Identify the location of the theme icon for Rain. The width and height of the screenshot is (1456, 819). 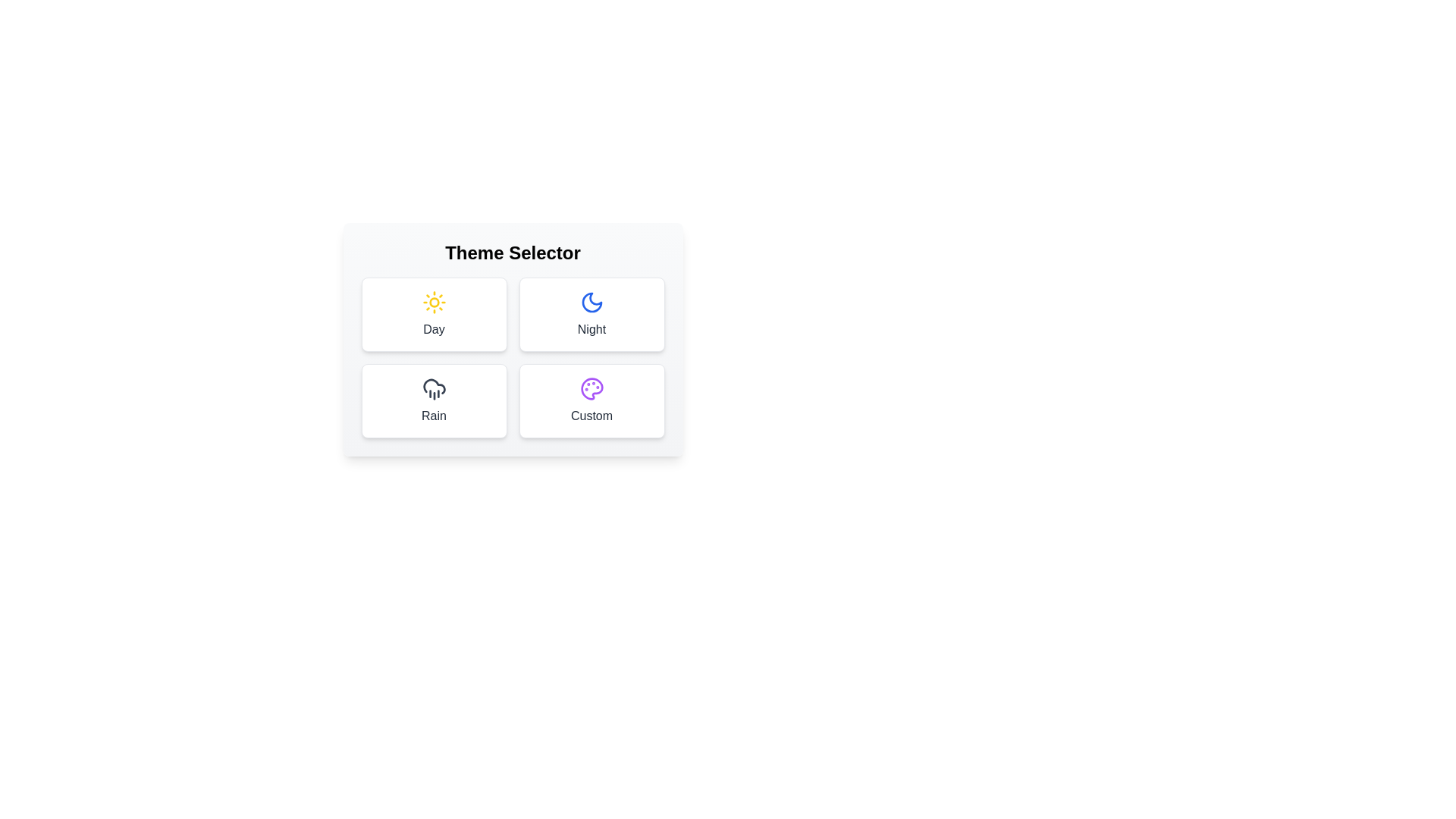
(433, 400).